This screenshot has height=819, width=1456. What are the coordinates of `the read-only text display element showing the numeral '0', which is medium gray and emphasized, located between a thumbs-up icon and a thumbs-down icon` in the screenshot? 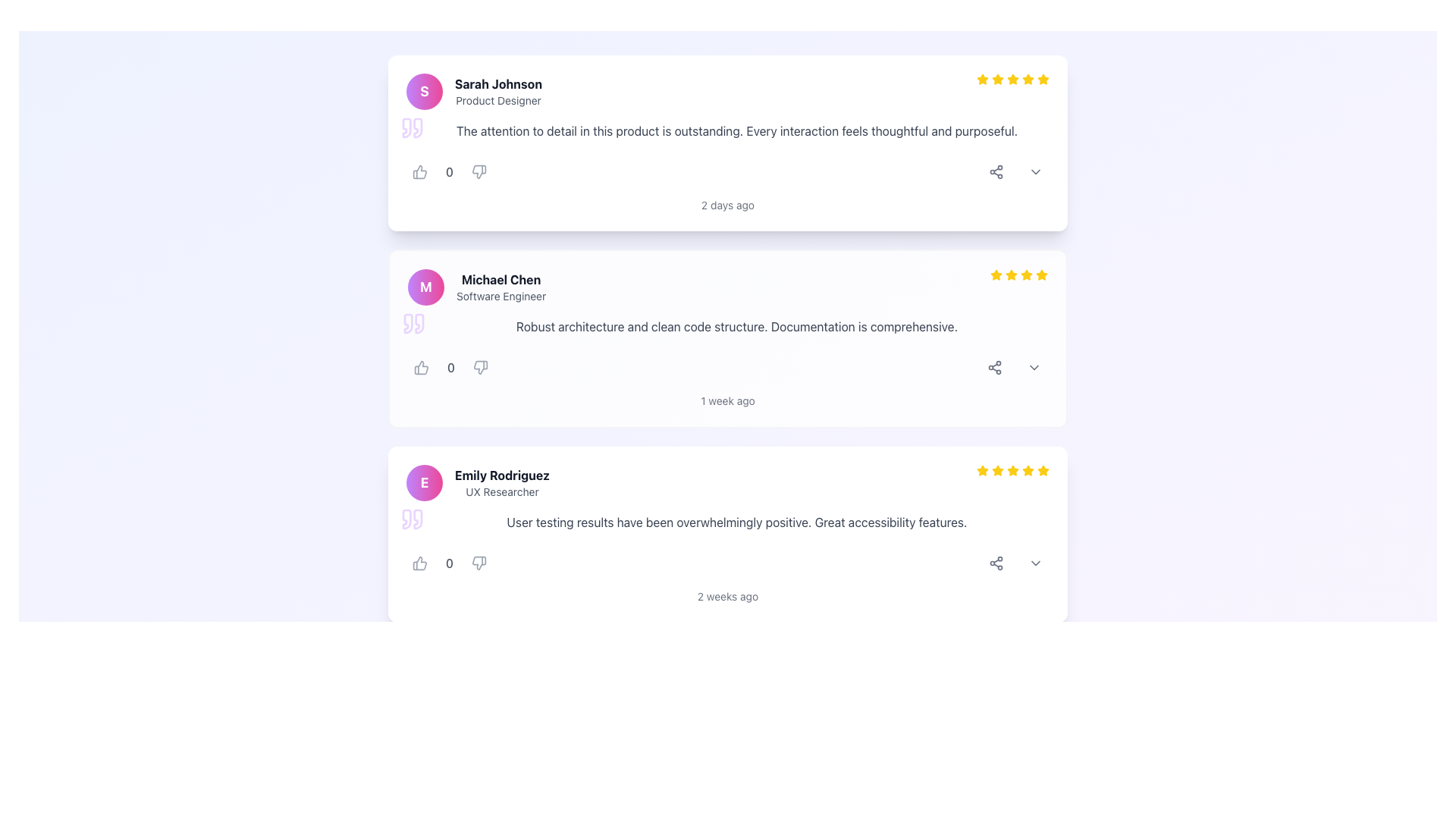 It's located at (449, 171).